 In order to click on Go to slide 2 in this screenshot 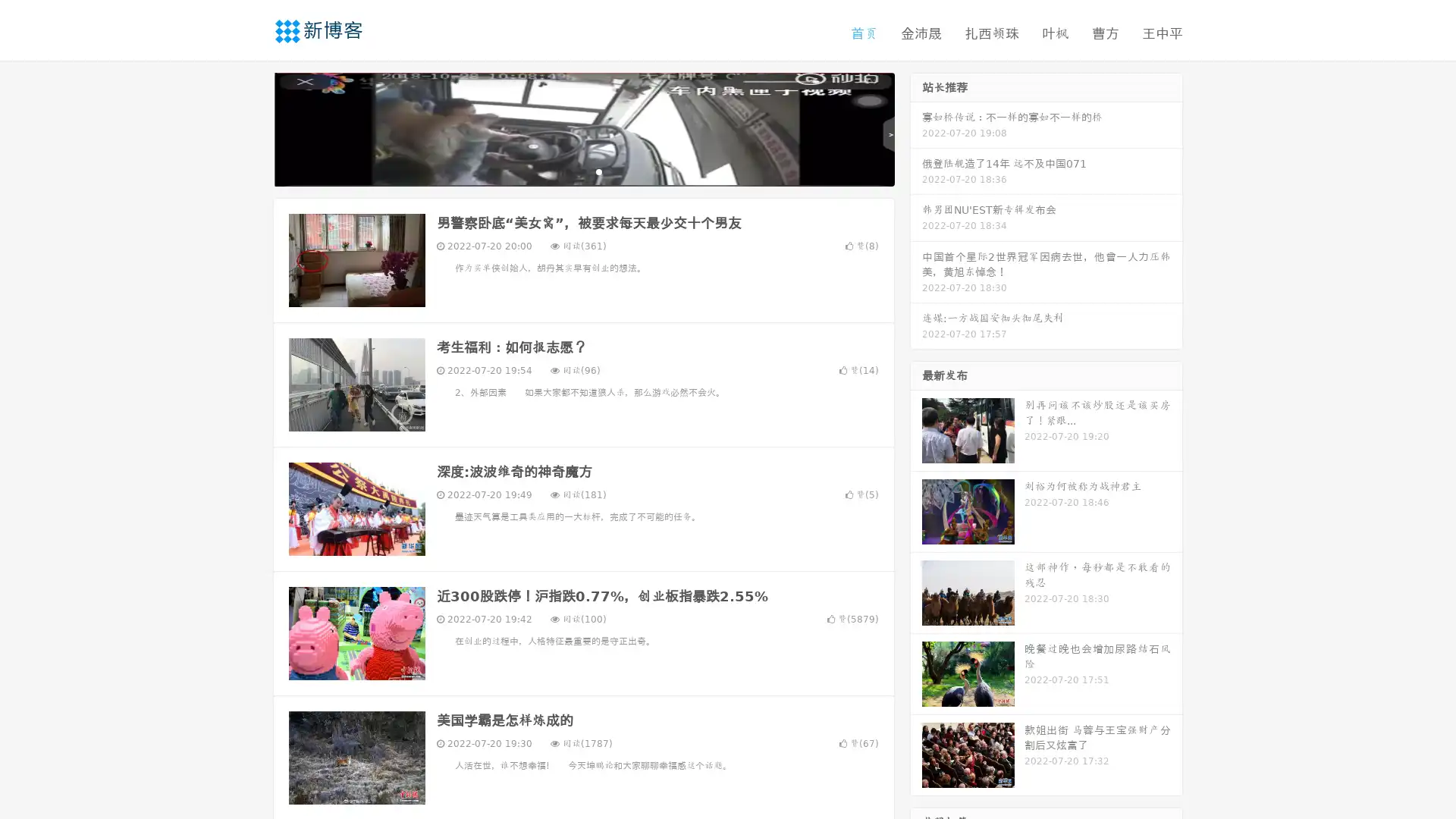, I will do `click(582, 171)`.